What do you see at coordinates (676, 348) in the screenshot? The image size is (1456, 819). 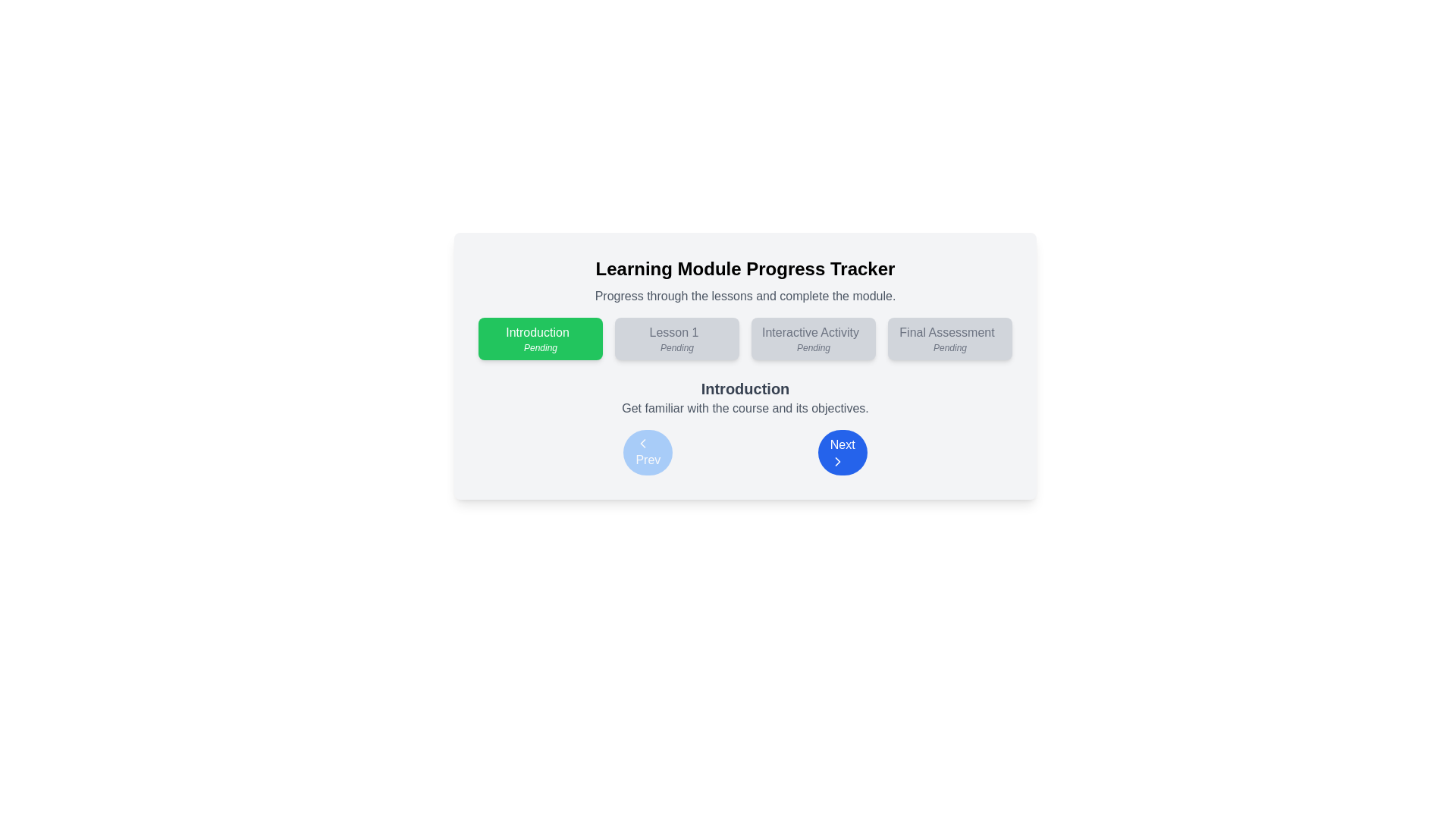 I see `the second text element inside the button for 'Lesson 1,' which indicates that it is currently in a pending state` at bounding box center [676, 348].